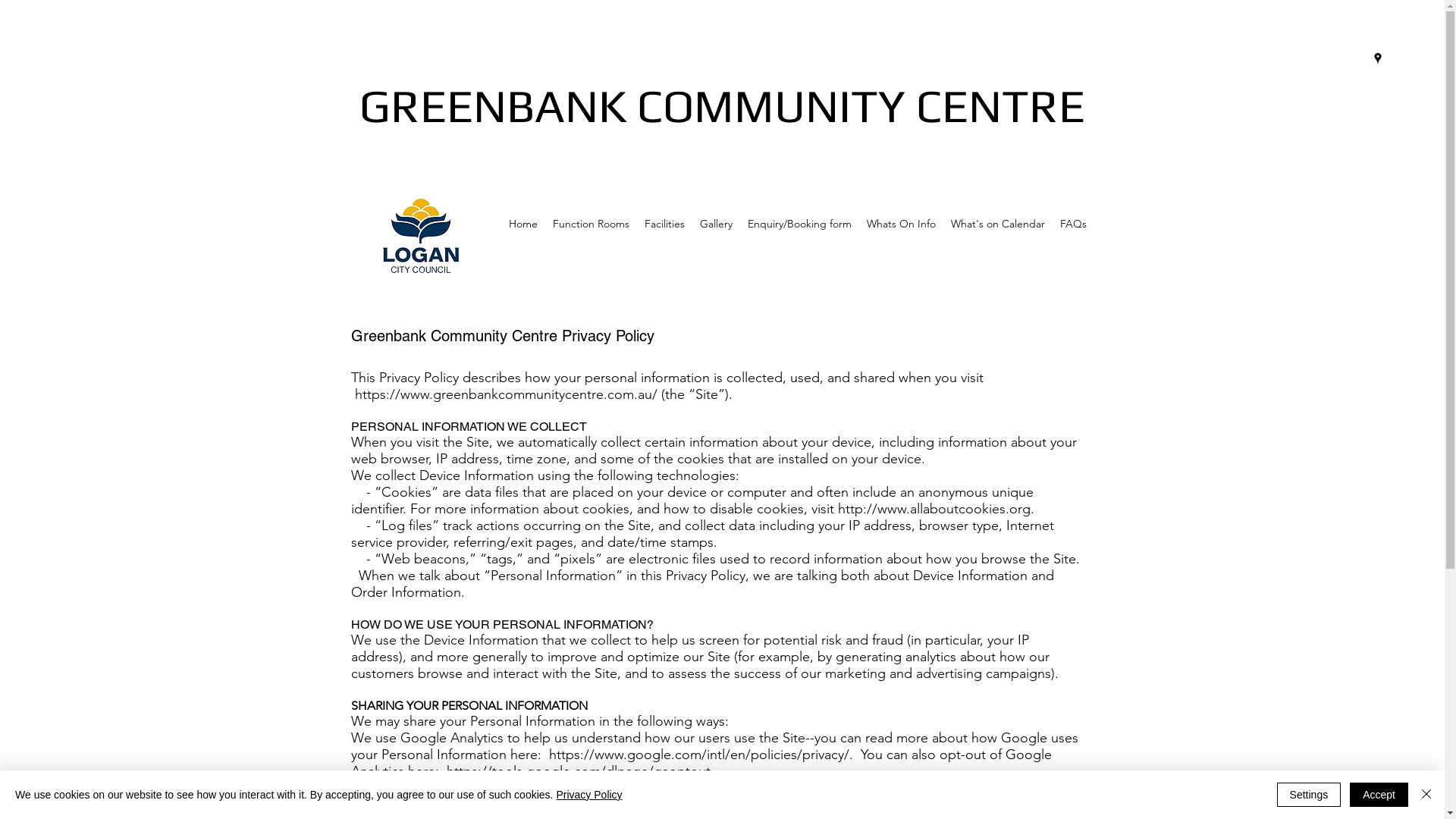  I want to click on 'Privacy Policy', so click(588, 794).